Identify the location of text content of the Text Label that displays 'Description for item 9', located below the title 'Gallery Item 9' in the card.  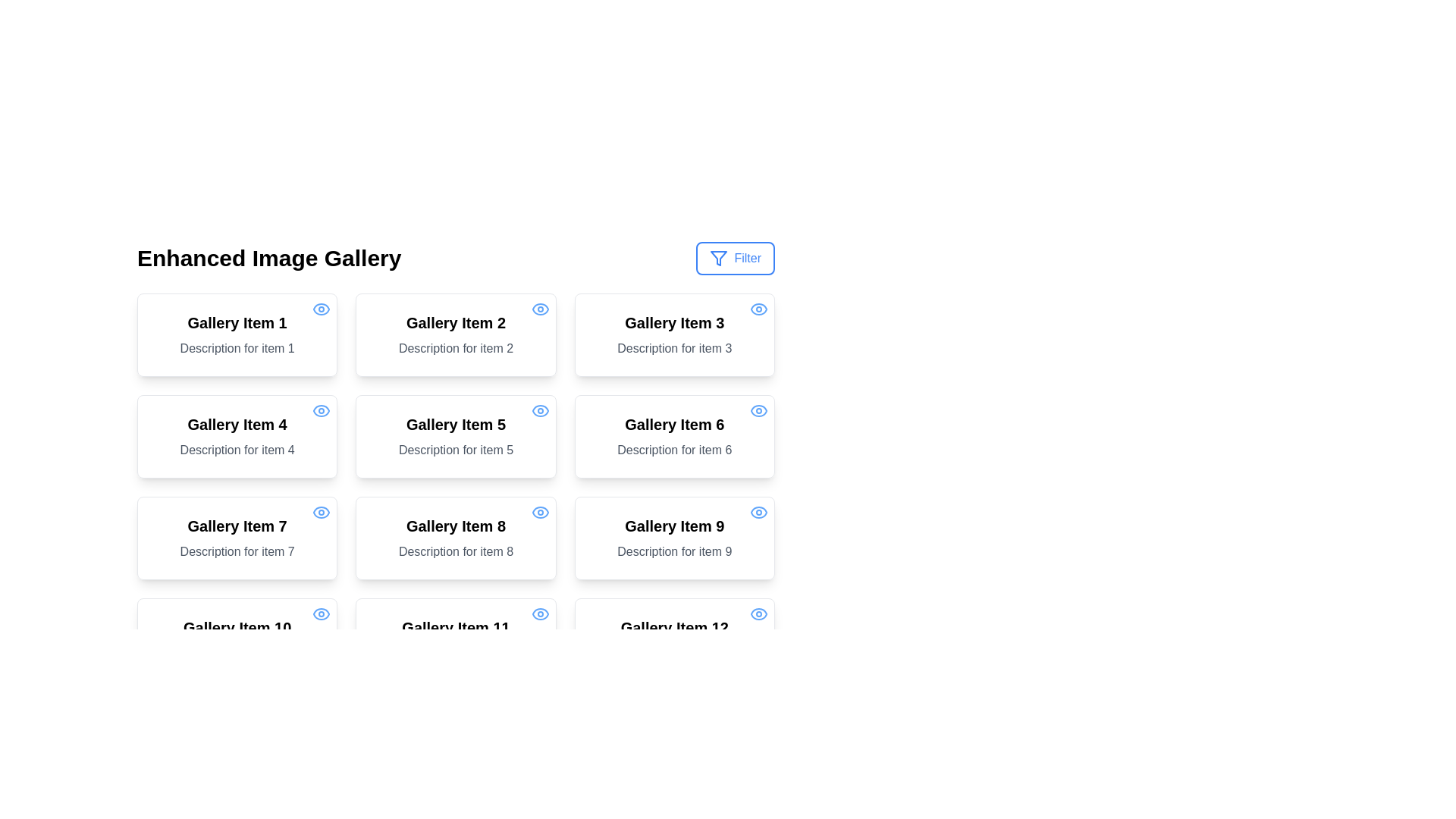
(673, 552).